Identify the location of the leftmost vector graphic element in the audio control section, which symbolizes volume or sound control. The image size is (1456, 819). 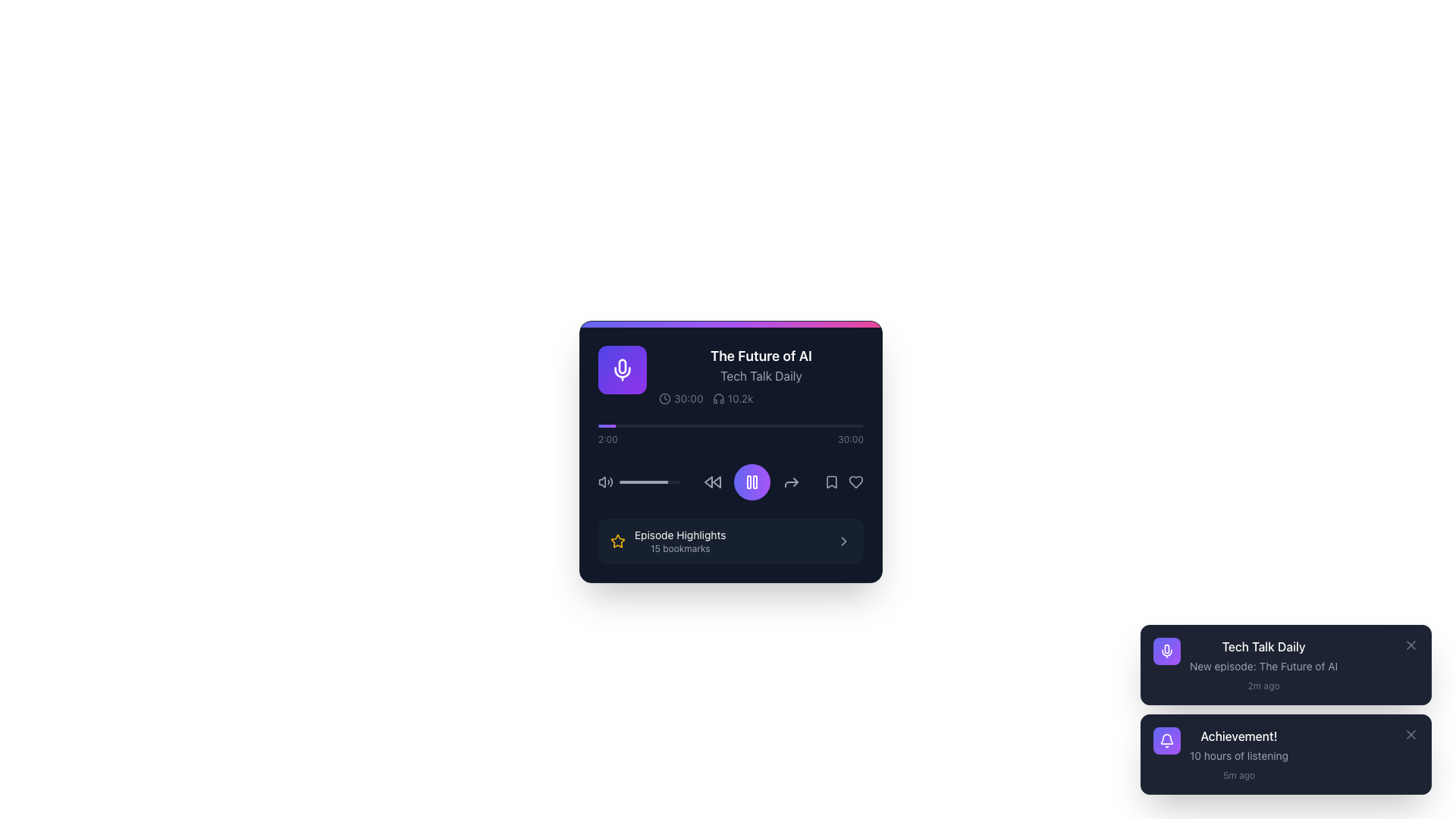
(601, 482).